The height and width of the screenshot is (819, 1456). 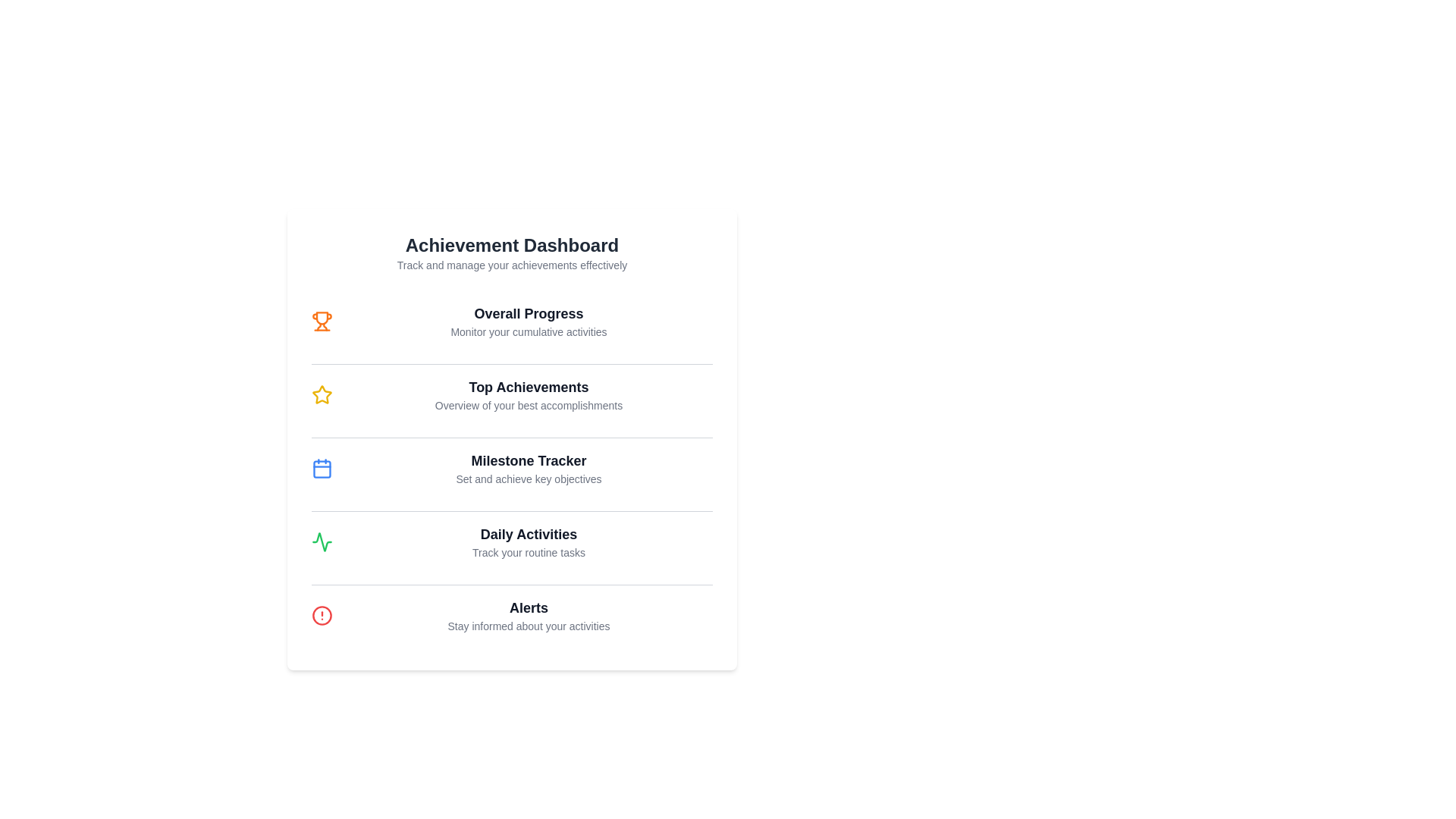 What do you see at coordinates (512, 321) in the screenshot?
I see `the 'Overall Progress' dashboard section item located below the 'Achievement Dashboard' header to monitor cumulative activities` at bounding box center [512, 321].